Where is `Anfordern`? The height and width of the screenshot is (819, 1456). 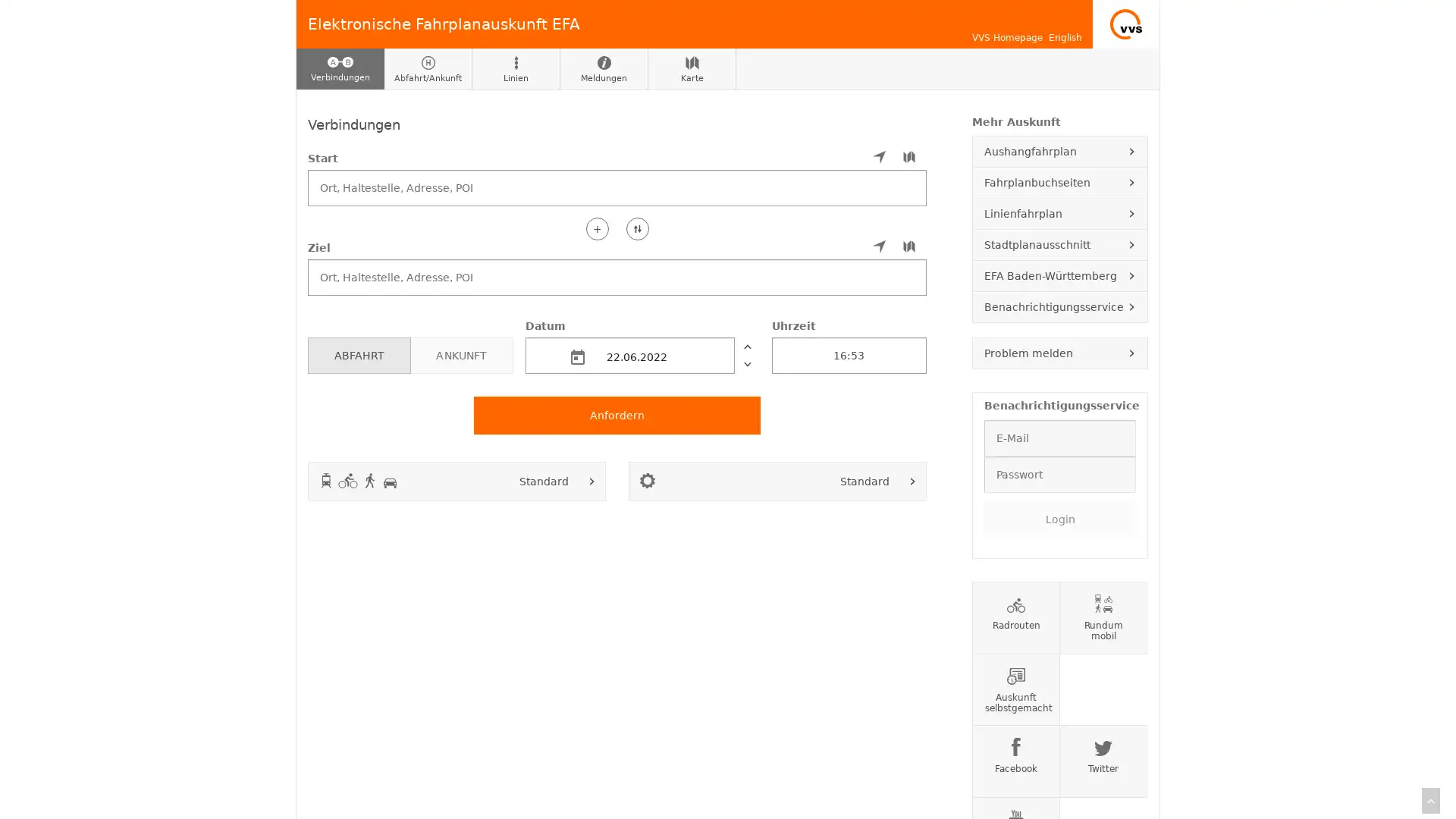 Anfordern is located at coordinates (617, 415).